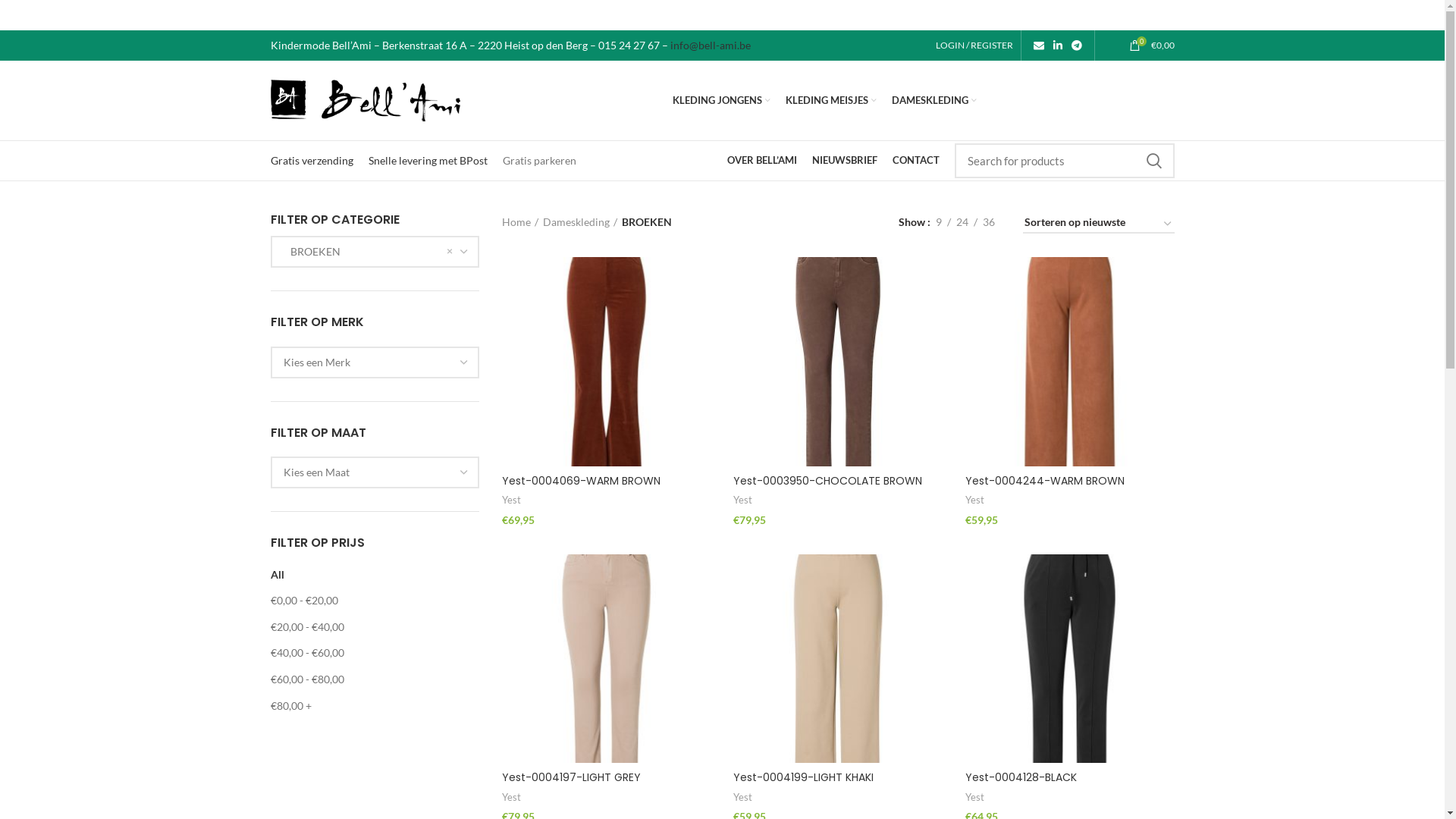 This screenshot has width=1456, height=819. Describe the element at coordinates (914, 161) in the screenshot. I see `'CONTACT'` at that location.